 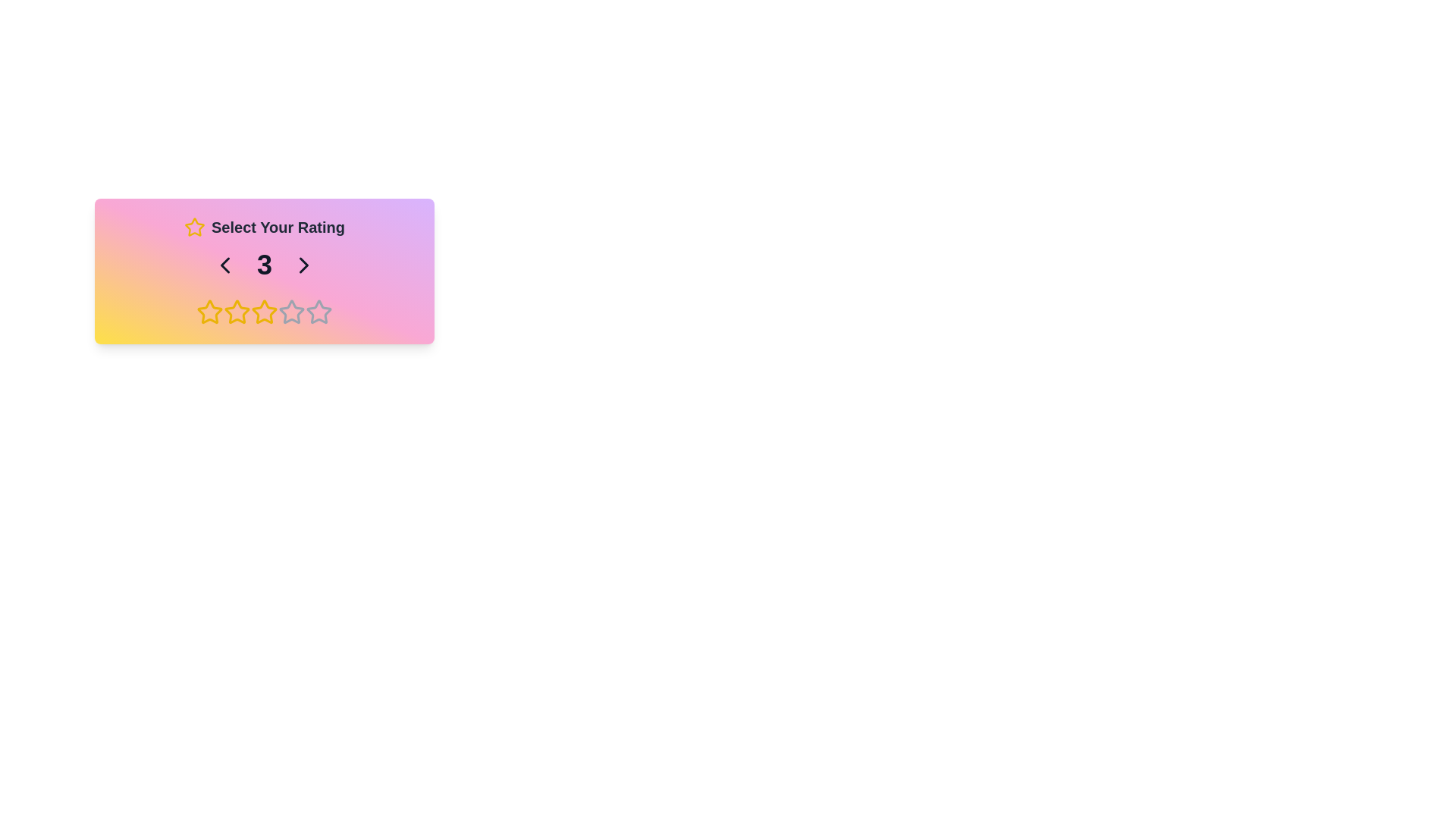 What do you see at coordinates (318, 312) in the screenshot?
I see `the fifth star-shaped icon in the rating system` at bounding box center [318, 312].